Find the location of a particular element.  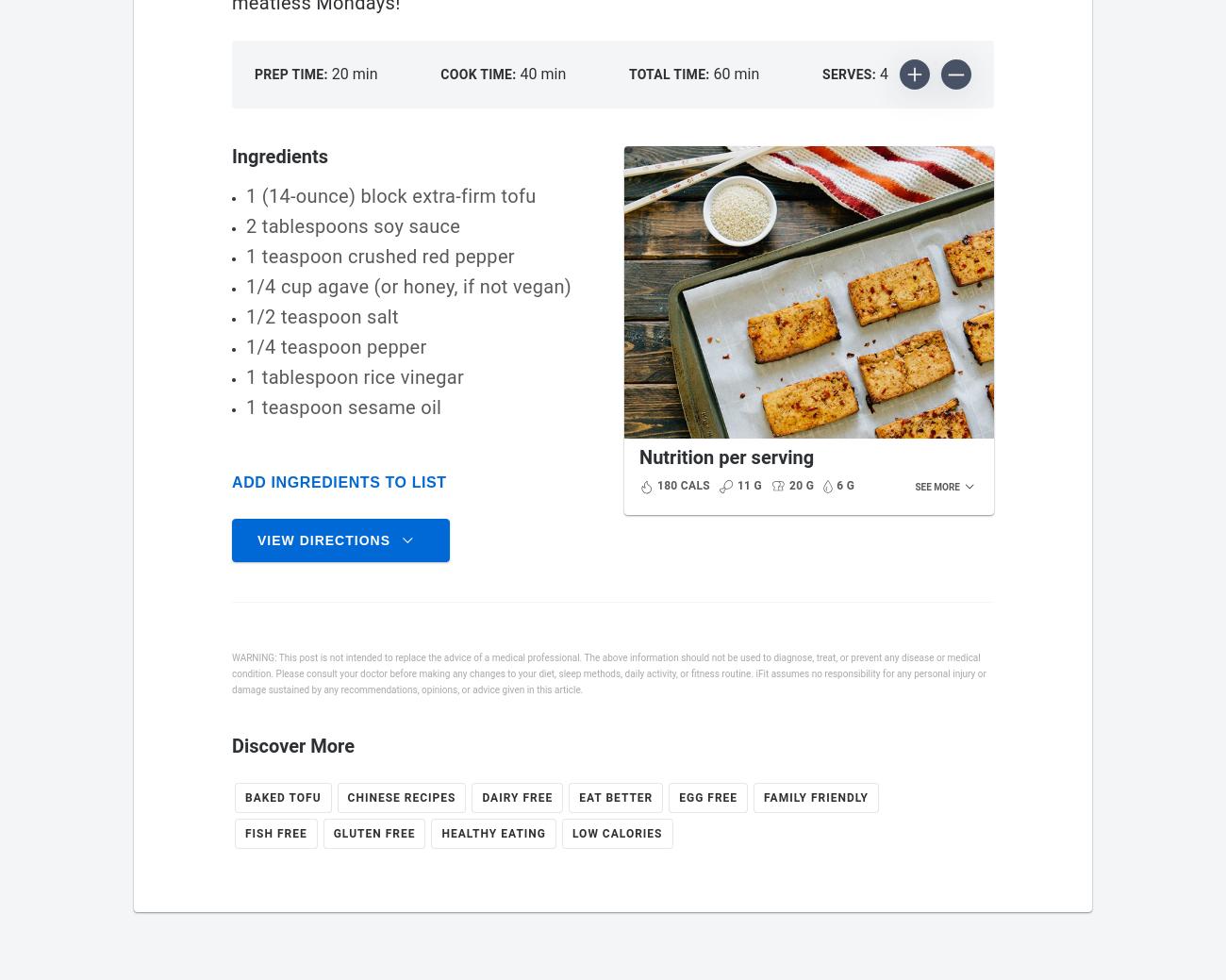

'Protein' is located at coordinates (669, 851).